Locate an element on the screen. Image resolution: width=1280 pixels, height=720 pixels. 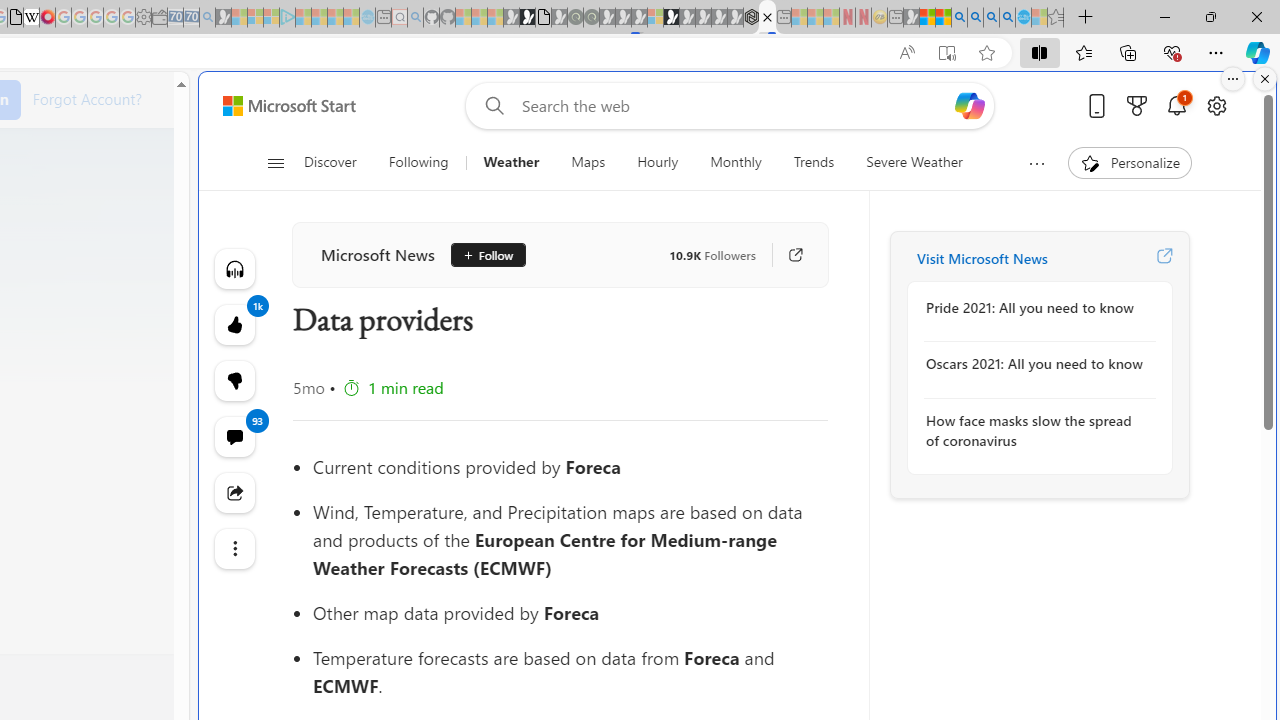
'Play Zoo Boom in your browser | Games from Microsoft Start' is located at coordinates (527, 17).